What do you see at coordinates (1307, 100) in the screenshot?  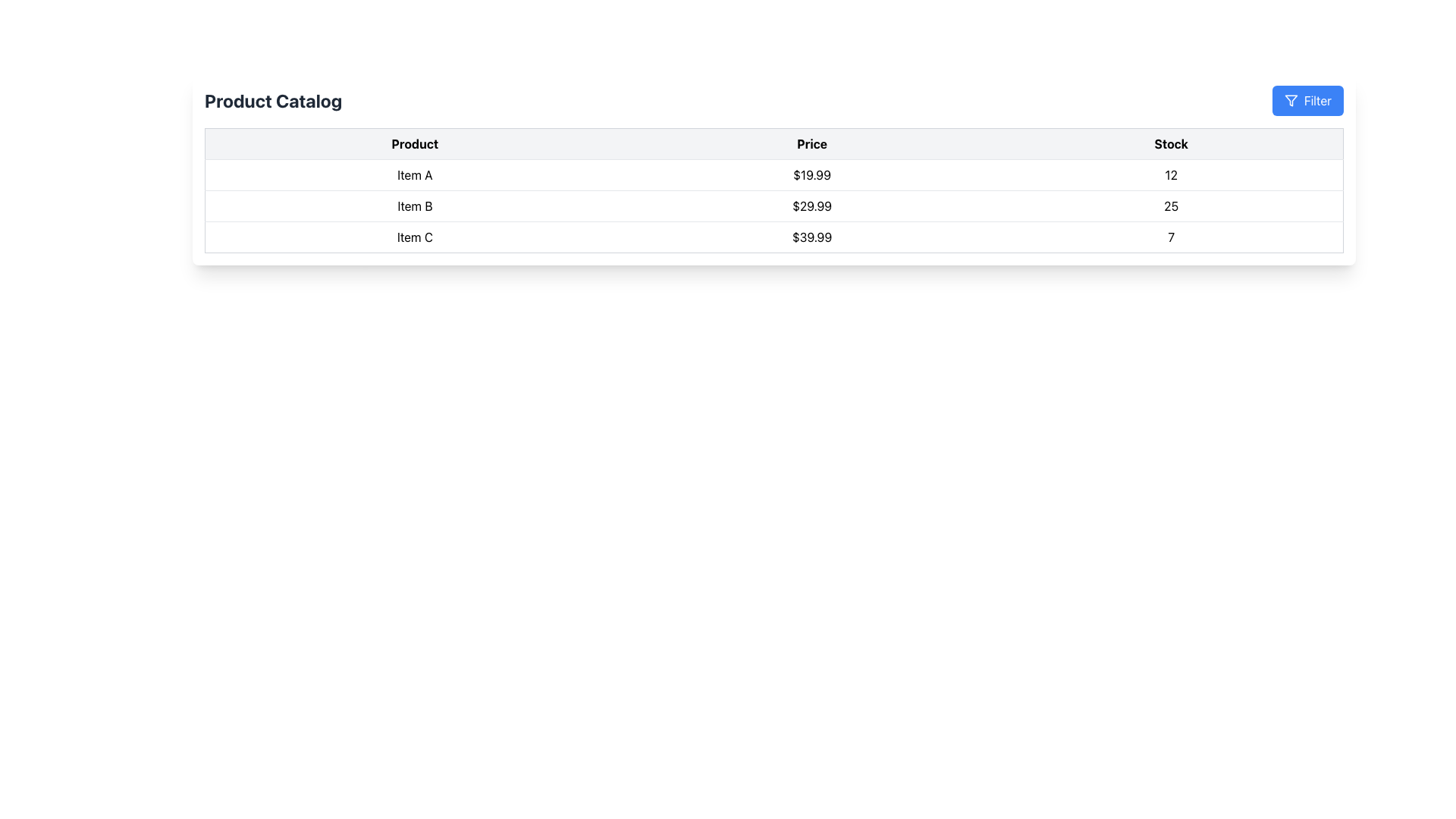 I see `the filter button located on the far right of the menu bar, next to the 'Product Catalog' text, to trigger visual changes` at bounding box center [1307, 100].